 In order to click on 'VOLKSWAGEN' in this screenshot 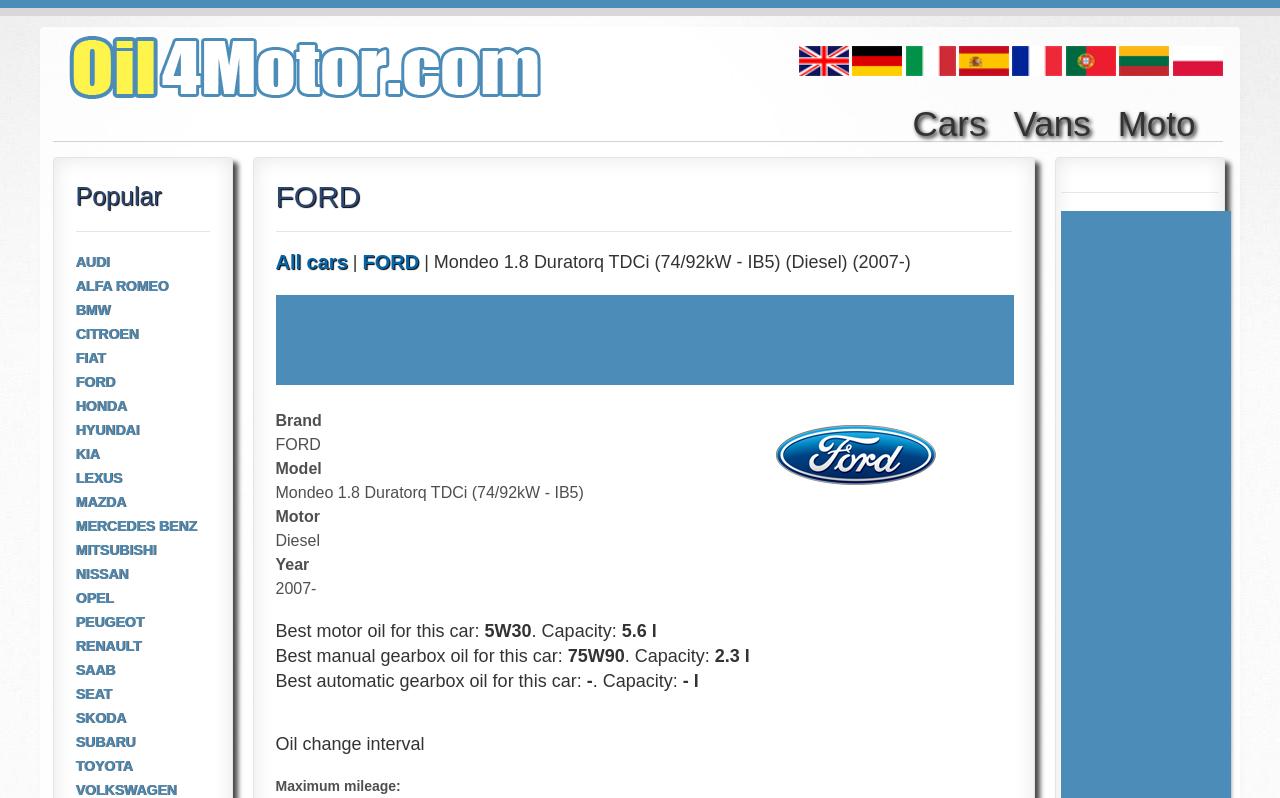, I will do `click(124, 790)`.